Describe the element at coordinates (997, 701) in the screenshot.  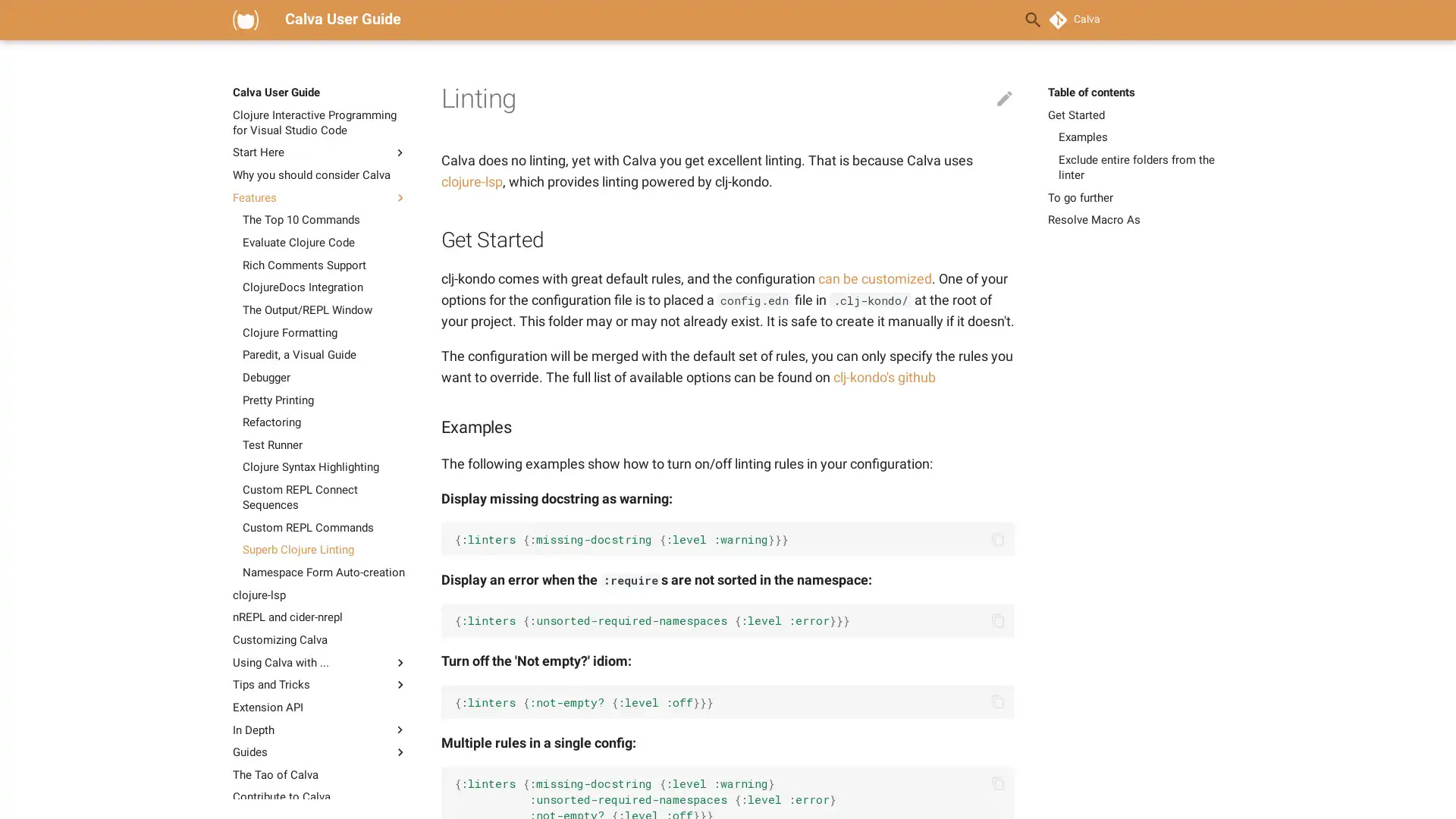
I see `Copy to clipboard` at that location.